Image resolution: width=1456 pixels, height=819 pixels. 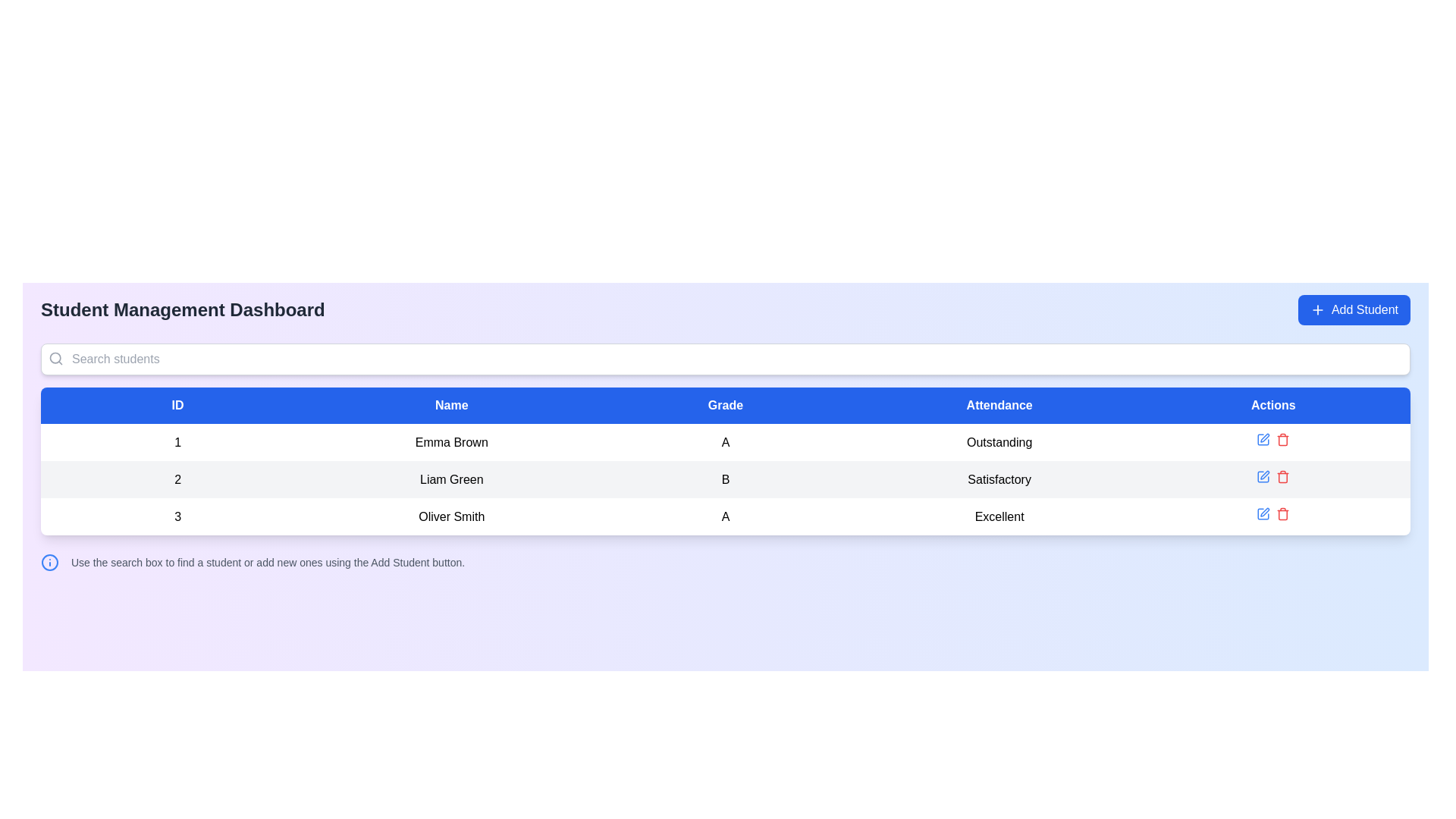 I want to click on the information icon located at the bottom-left of the main page content, adjacent to the descriptive text providing guidance, so click(x=50, y=562).